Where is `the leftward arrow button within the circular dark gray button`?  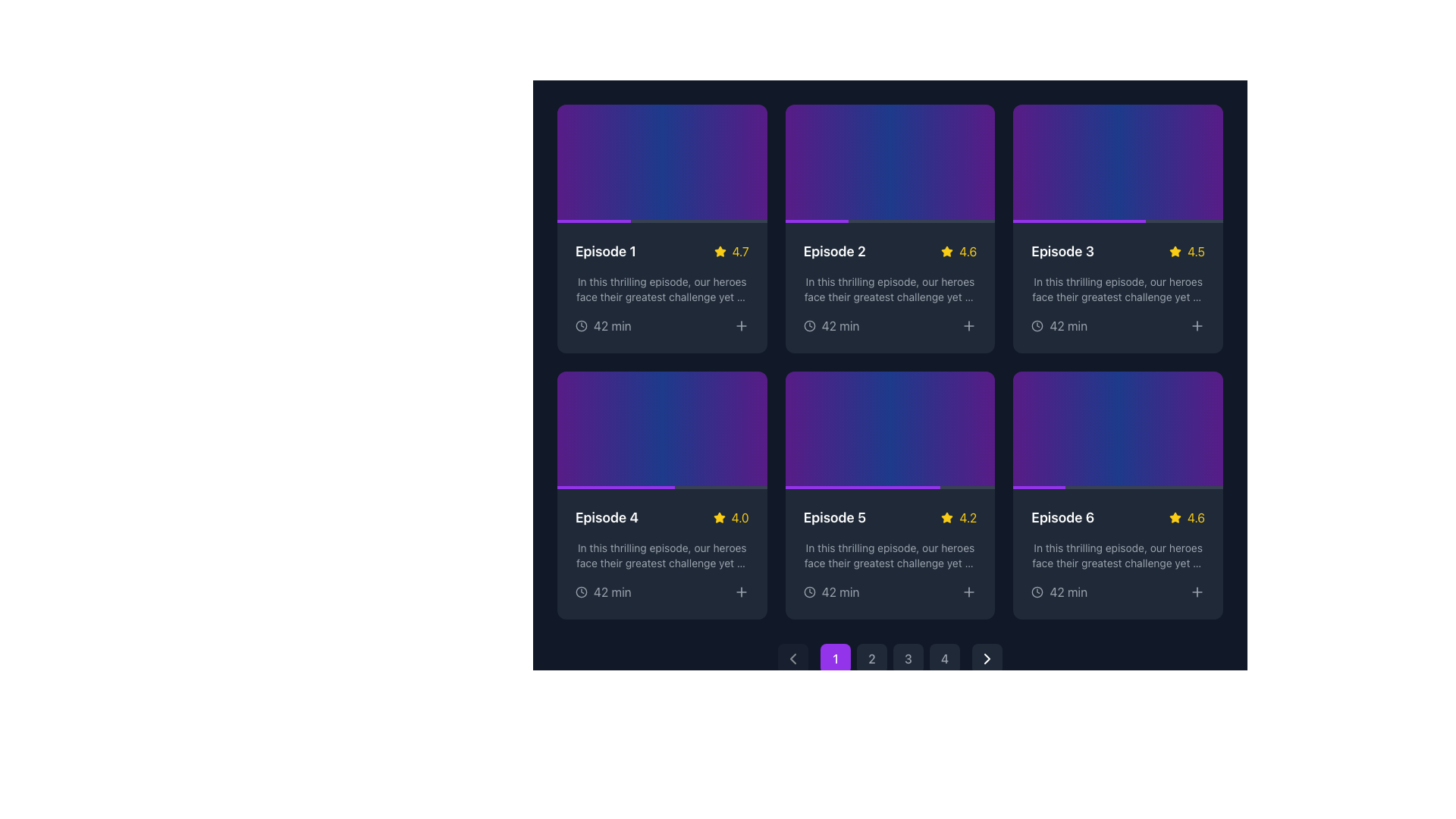 the leftward arrow button within the circular dark gray button is located at coordinates (792, 657).